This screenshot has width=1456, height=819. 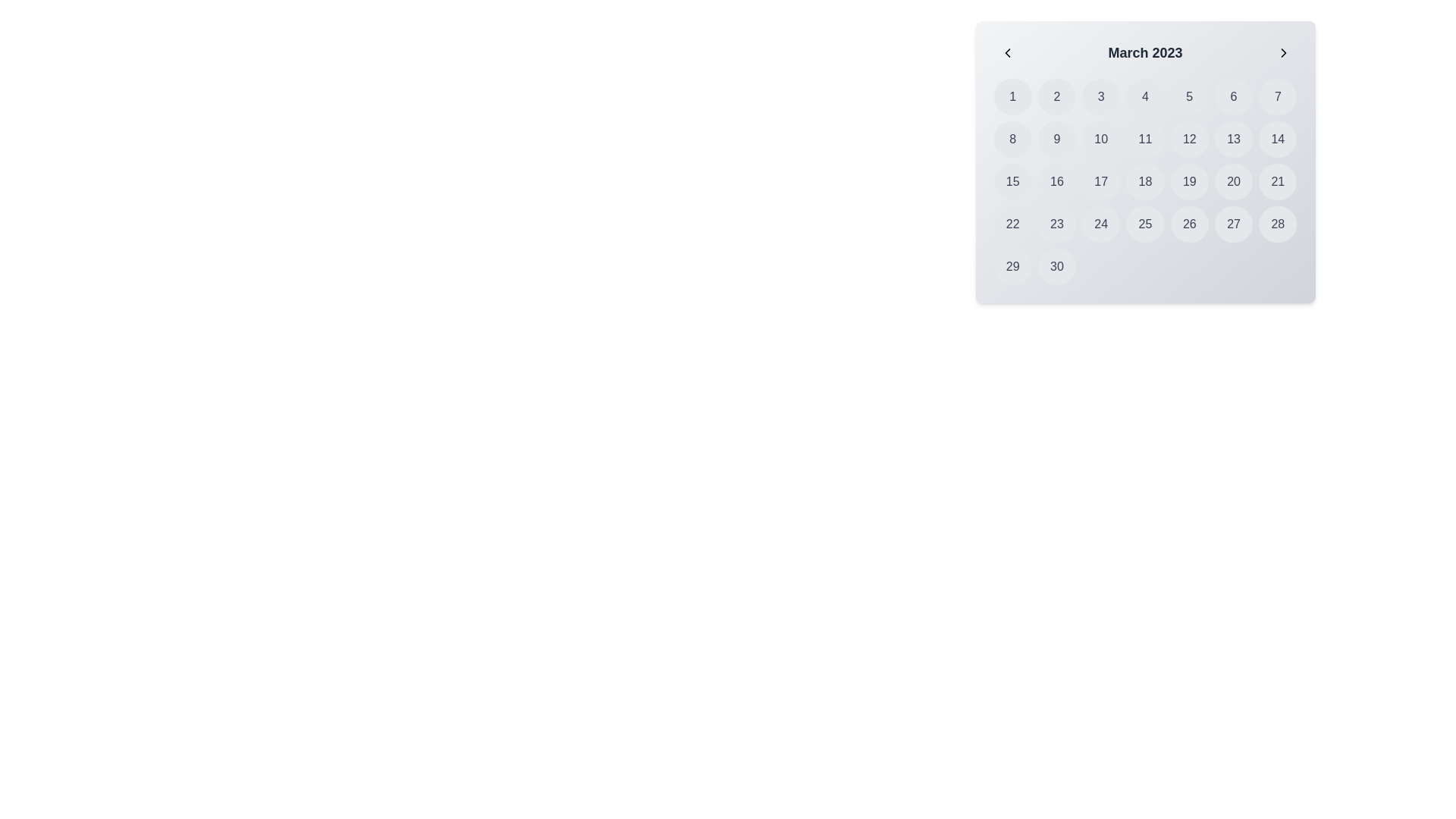 I want to click on the selectable date button labeled '16' in the calendar interface, so click(x=1056, y=180).